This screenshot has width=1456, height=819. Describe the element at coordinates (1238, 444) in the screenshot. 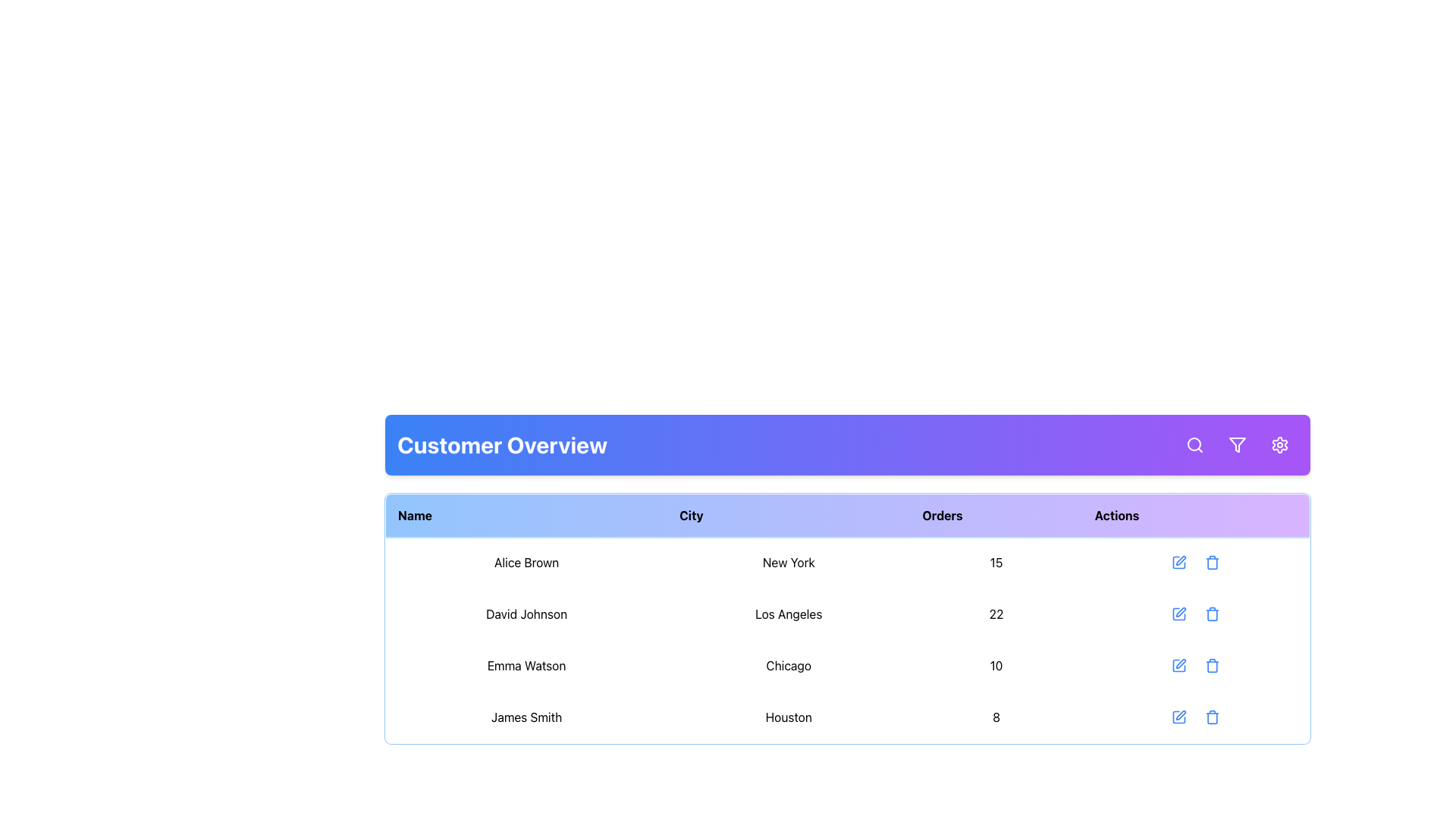

I see `the filter icon located in the top-right corner of the interface header to apply or open filter options` at that location.